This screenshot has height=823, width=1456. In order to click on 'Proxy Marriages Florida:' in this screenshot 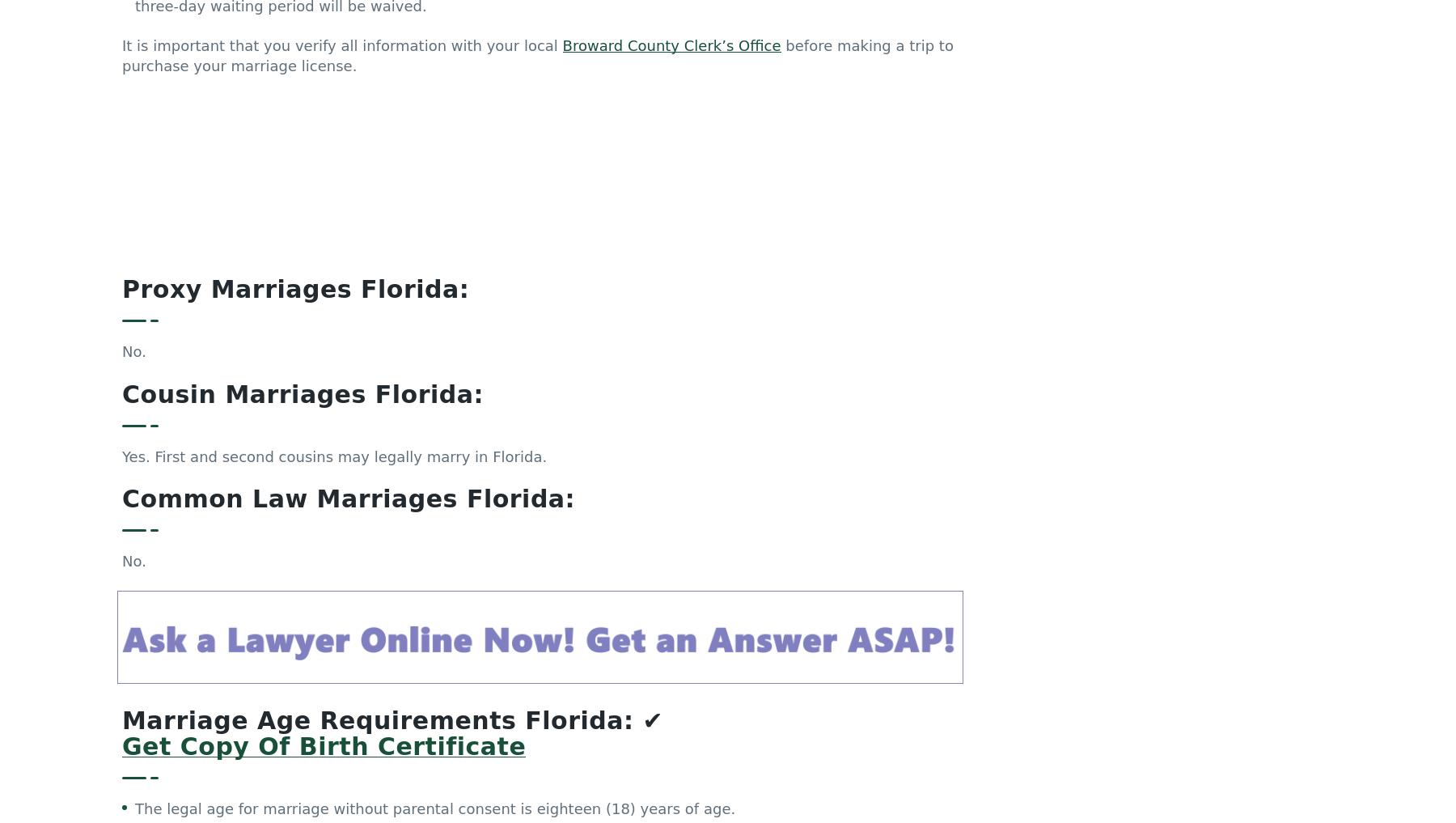, I will do `click(122, 134)`.